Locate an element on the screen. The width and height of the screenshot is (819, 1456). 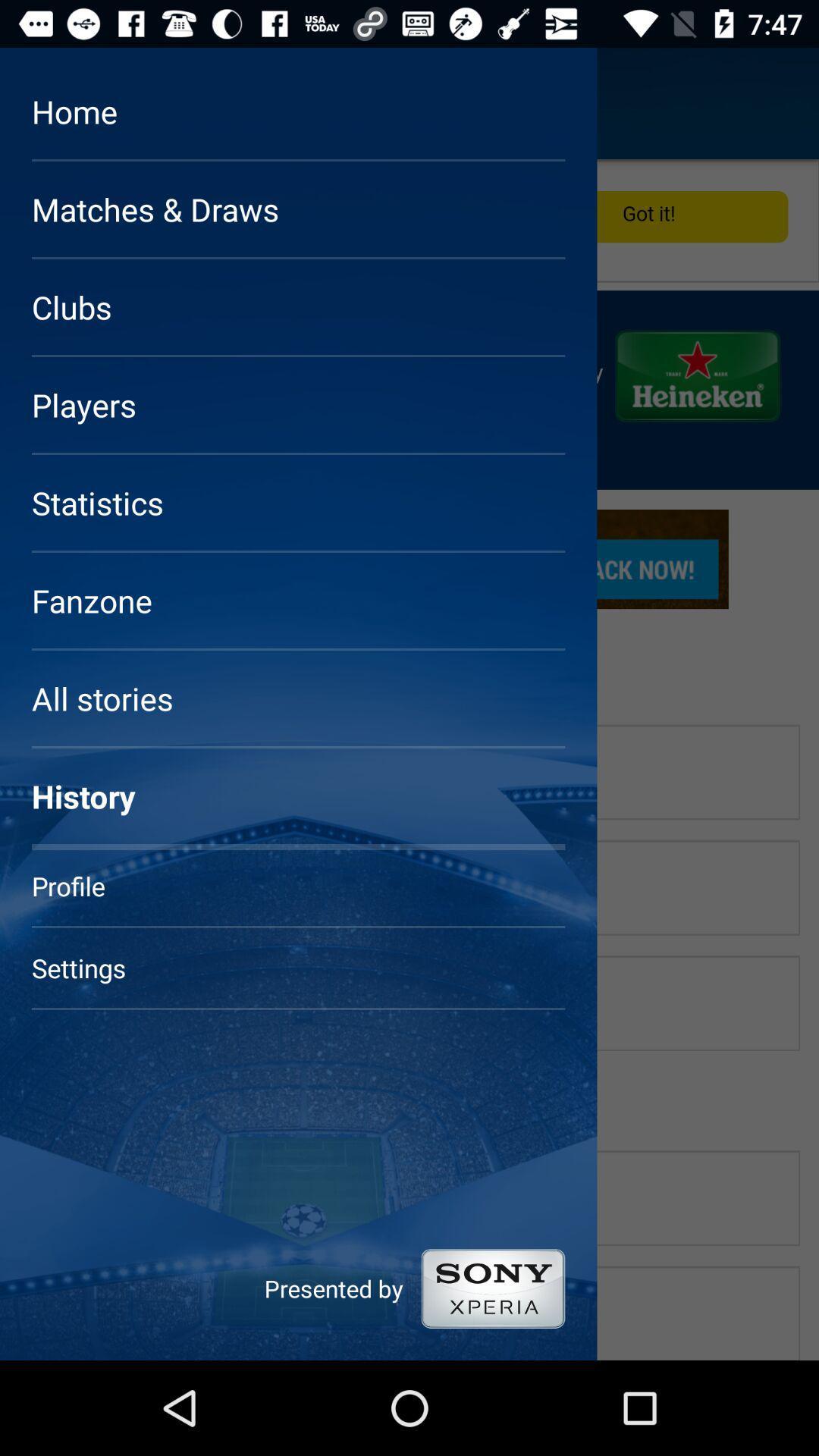
advertisement is located at coordinates (409, 760).